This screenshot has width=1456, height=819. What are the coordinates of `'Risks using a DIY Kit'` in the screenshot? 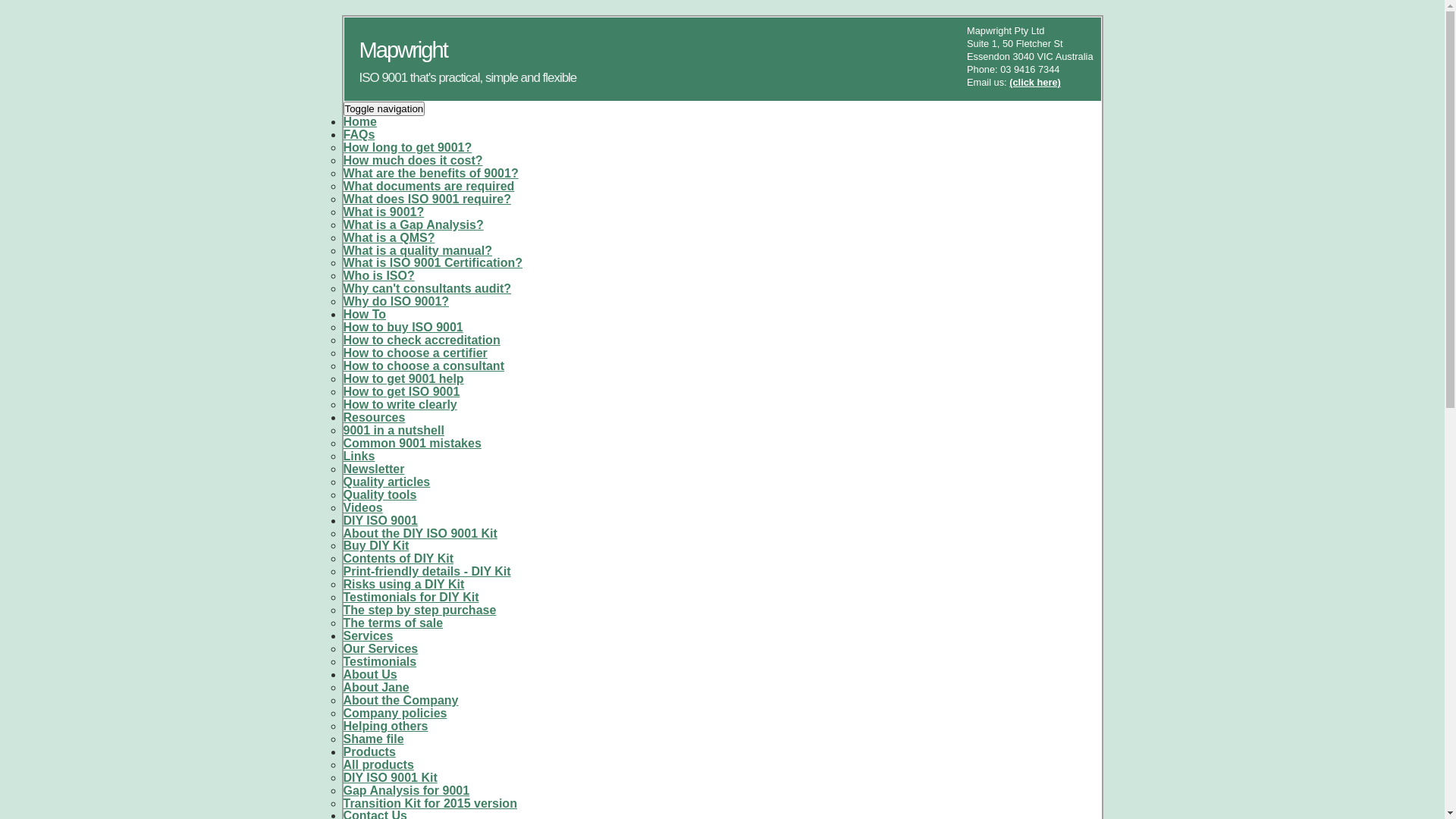 It's located at (341, 583).